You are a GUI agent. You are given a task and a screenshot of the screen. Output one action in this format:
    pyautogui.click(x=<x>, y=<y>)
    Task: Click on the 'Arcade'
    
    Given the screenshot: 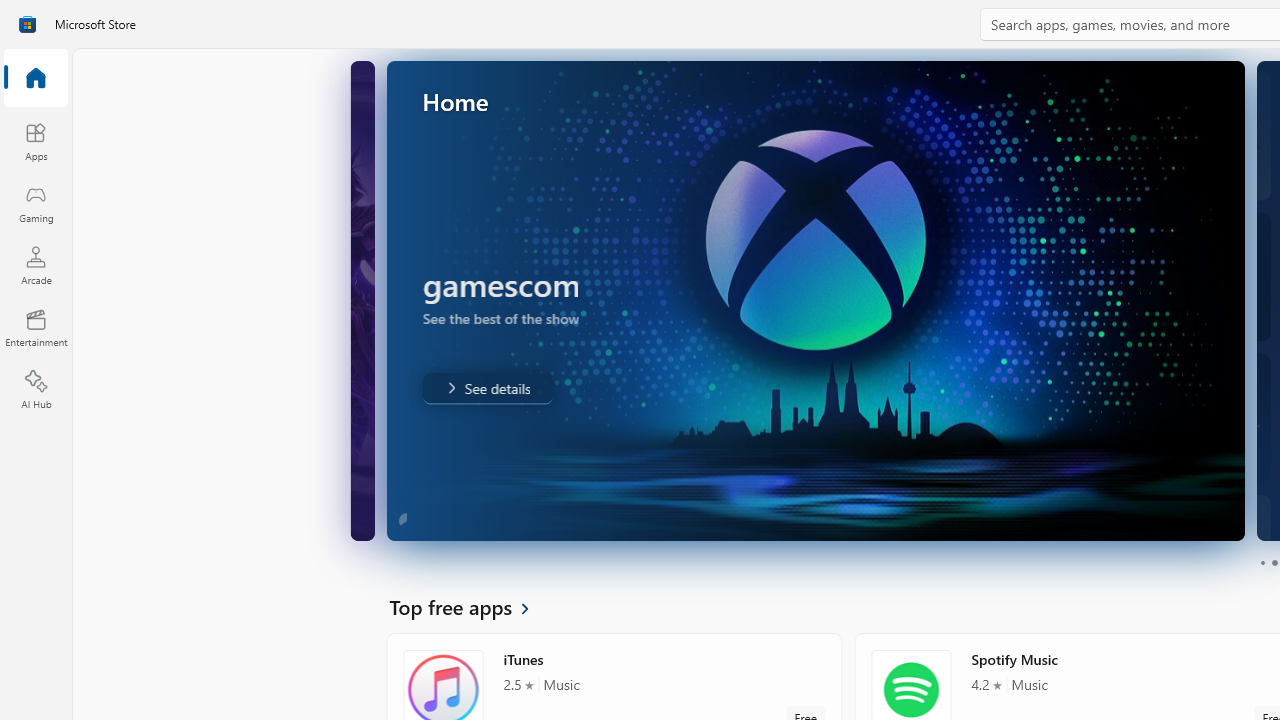 What is the action you would take?
    pyautogui.click(x=35, y=264)
    